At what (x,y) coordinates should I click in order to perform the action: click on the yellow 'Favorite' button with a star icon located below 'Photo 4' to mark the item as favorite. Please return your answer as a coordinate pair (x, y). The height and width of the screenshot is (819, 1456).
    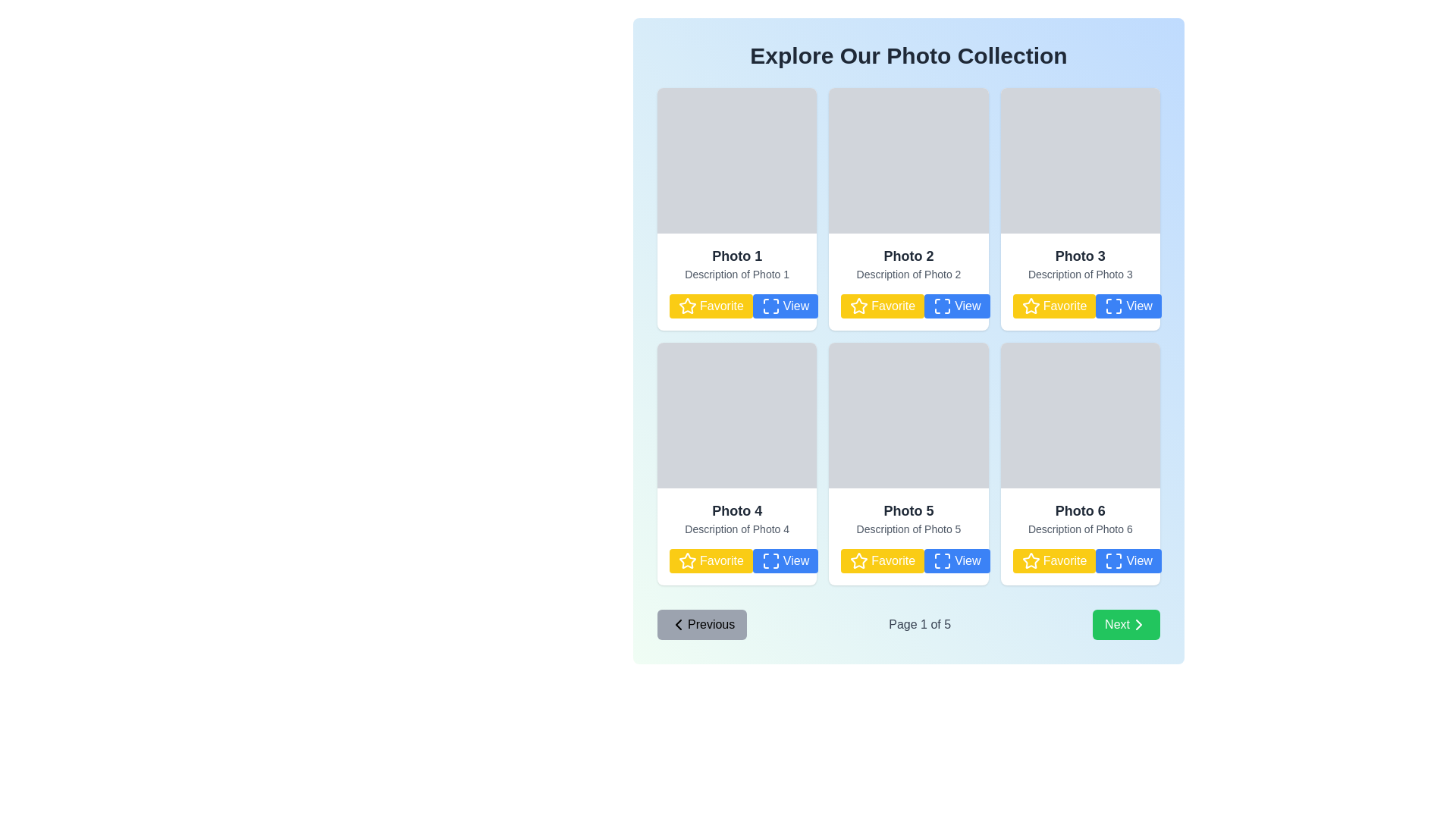
    Looking at the image, I should click on (737, 561).